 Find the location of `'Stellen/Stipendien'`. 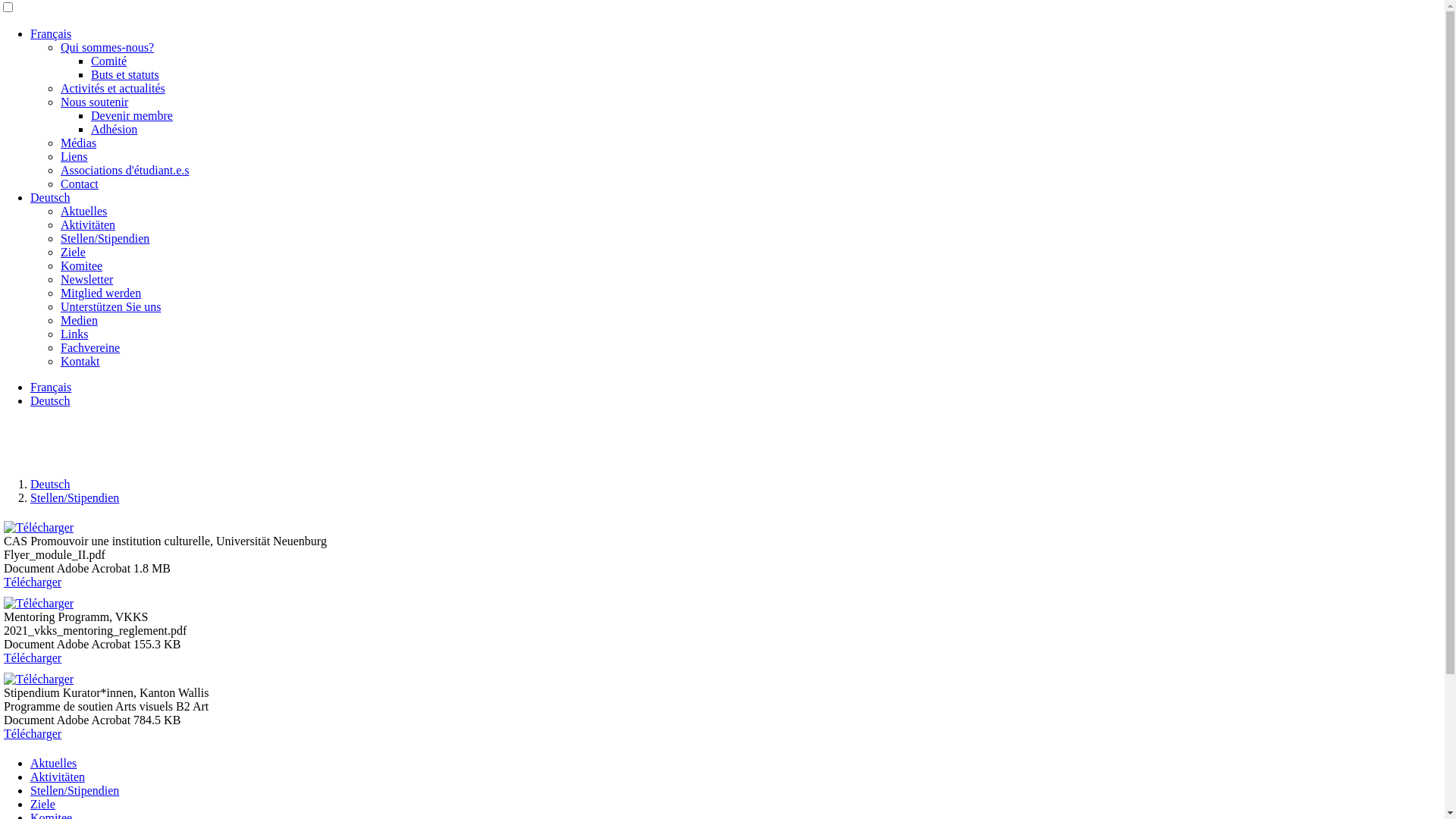

'Stellen/Stipendien' is located at coordinates (74, 497).